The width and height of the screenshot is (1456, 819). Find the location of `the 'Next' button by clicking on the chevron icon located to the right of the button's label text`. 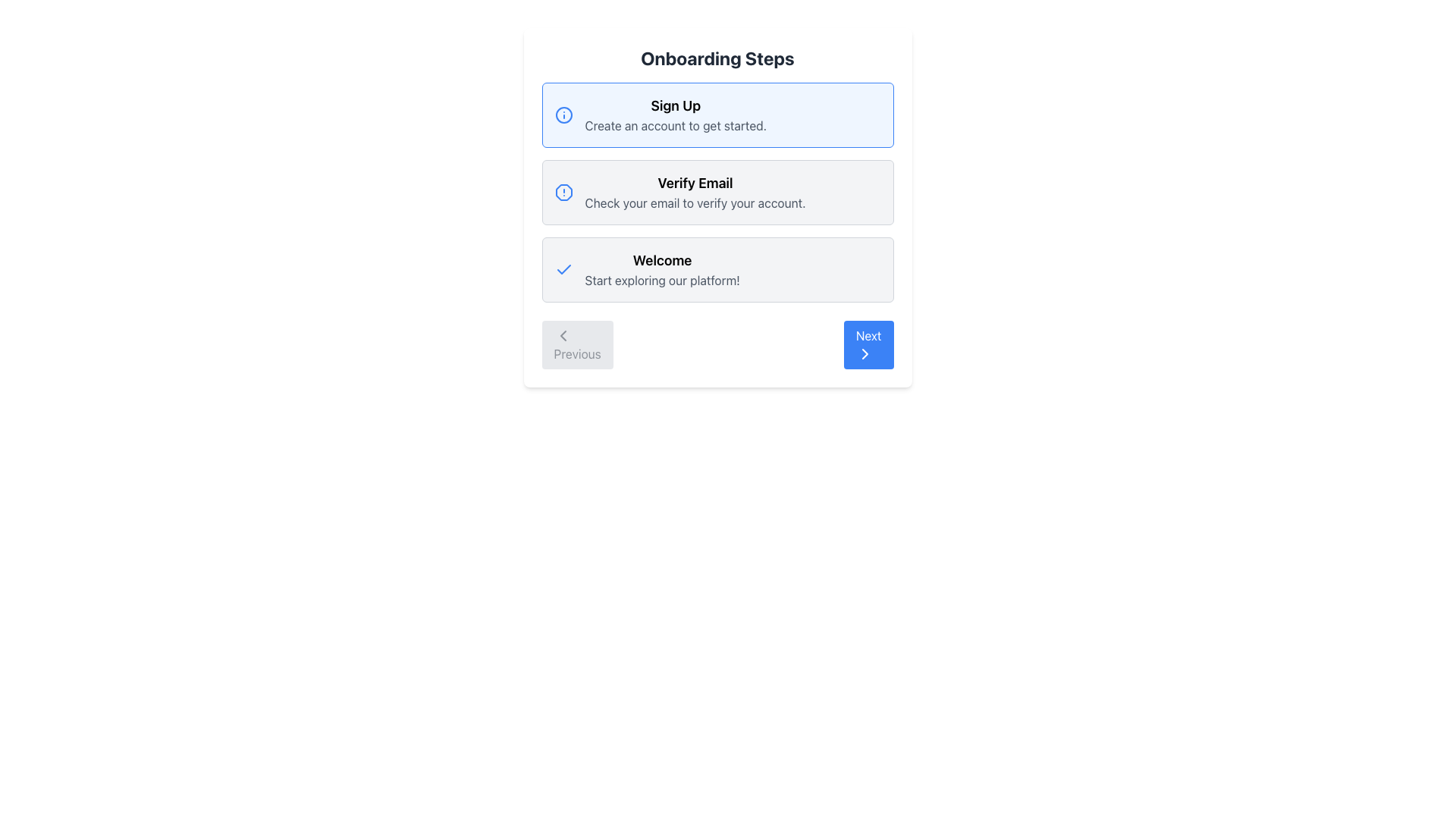

the 'Next' button by clicking on the chevron icon located to the right of the button's label text is located at coordinates (864, 353).